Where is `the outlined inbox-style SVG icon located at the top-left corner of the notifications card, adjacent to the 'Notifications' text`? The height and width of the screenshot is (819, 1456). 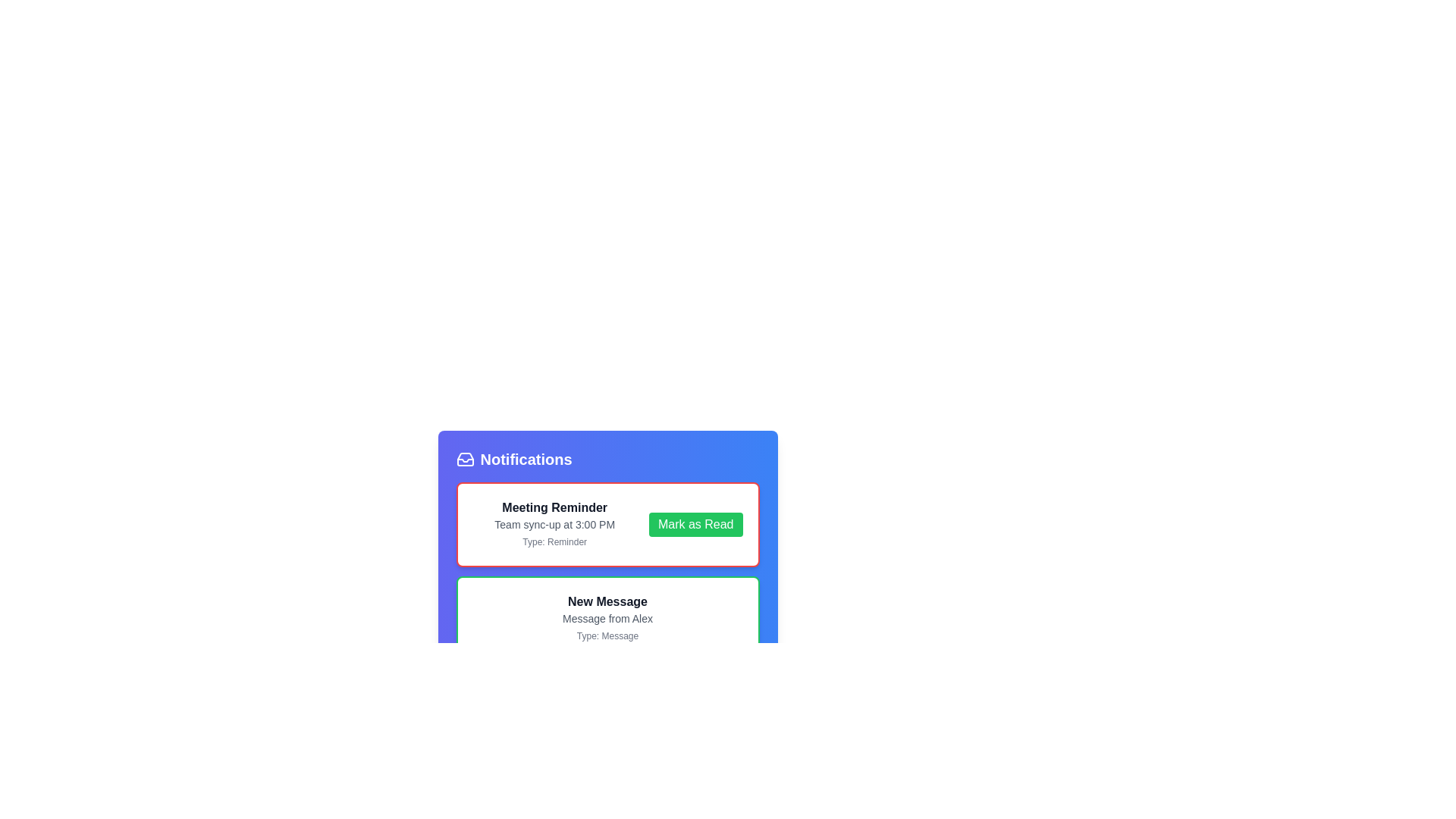
the outlined inbox-style SVG icon located at the top-left corner of the notifications card, adjacent to the 'Notifications' text is located at coordinates (464, 458).